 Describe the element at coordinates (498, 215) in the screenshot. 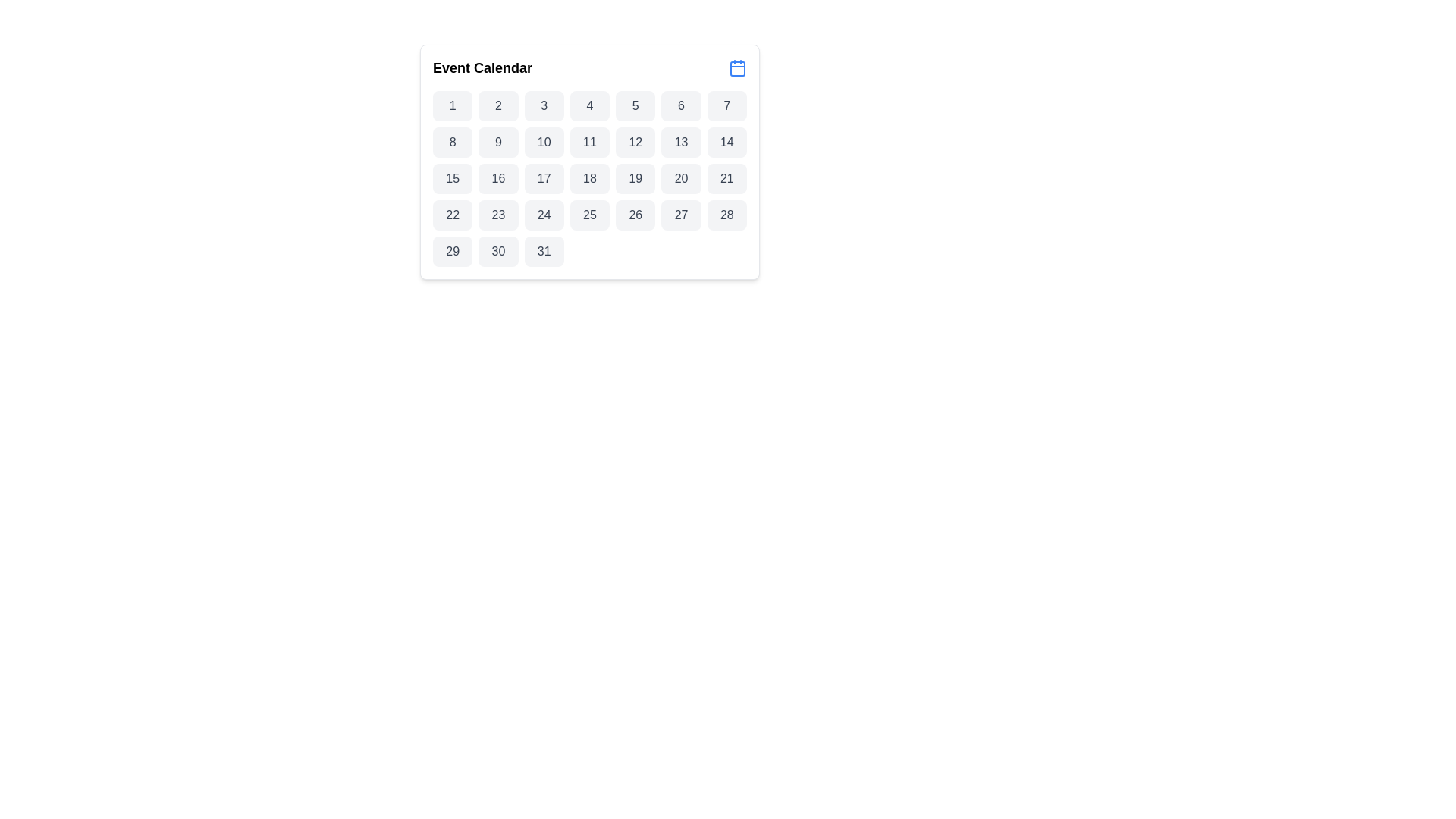

I see `the button representing the date '23' in the calendar interface` at that location.